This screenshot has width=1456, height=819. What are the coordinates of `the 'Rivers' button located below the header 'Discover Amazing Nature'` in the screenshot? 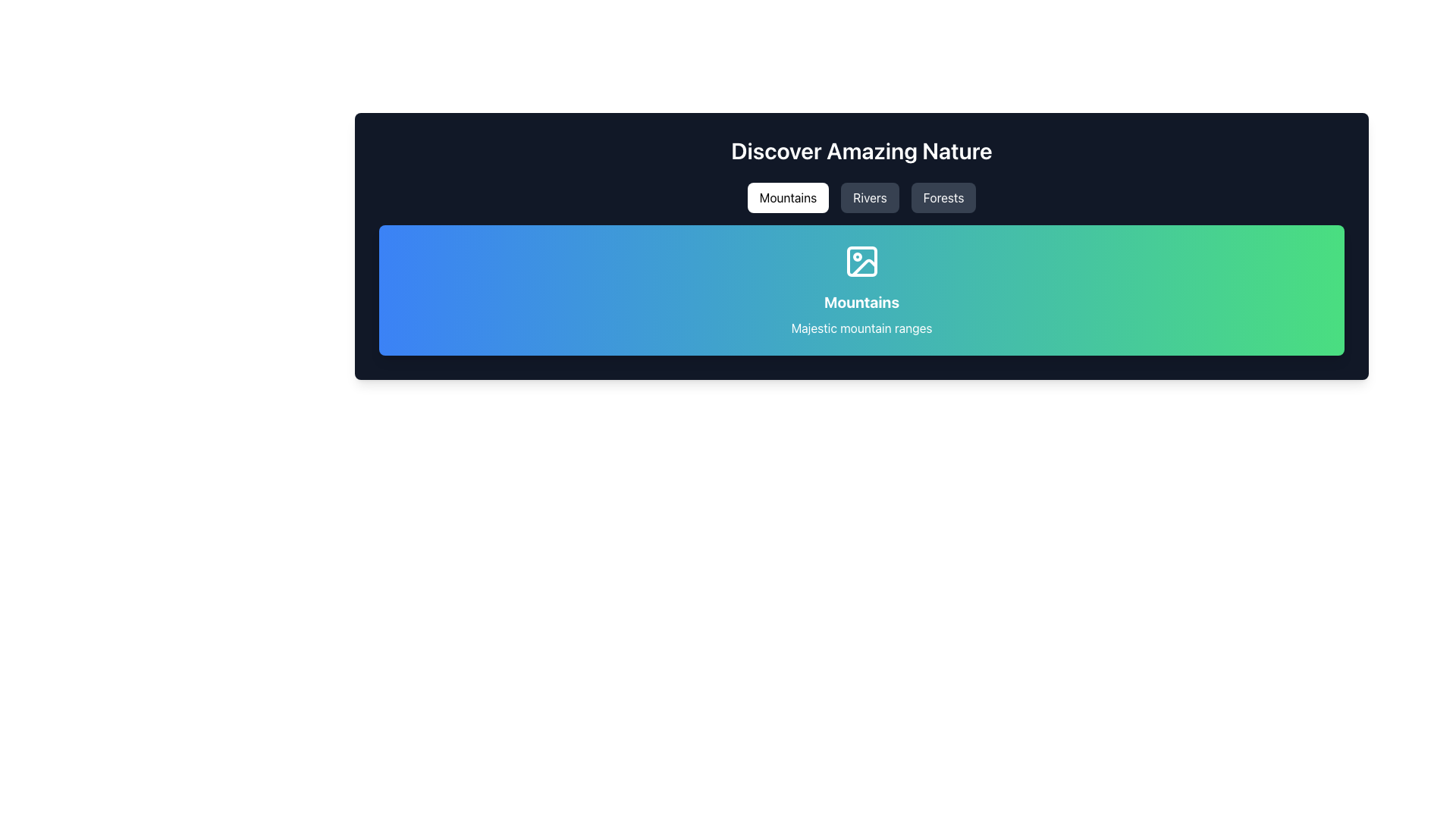 It's located at (870, 197).